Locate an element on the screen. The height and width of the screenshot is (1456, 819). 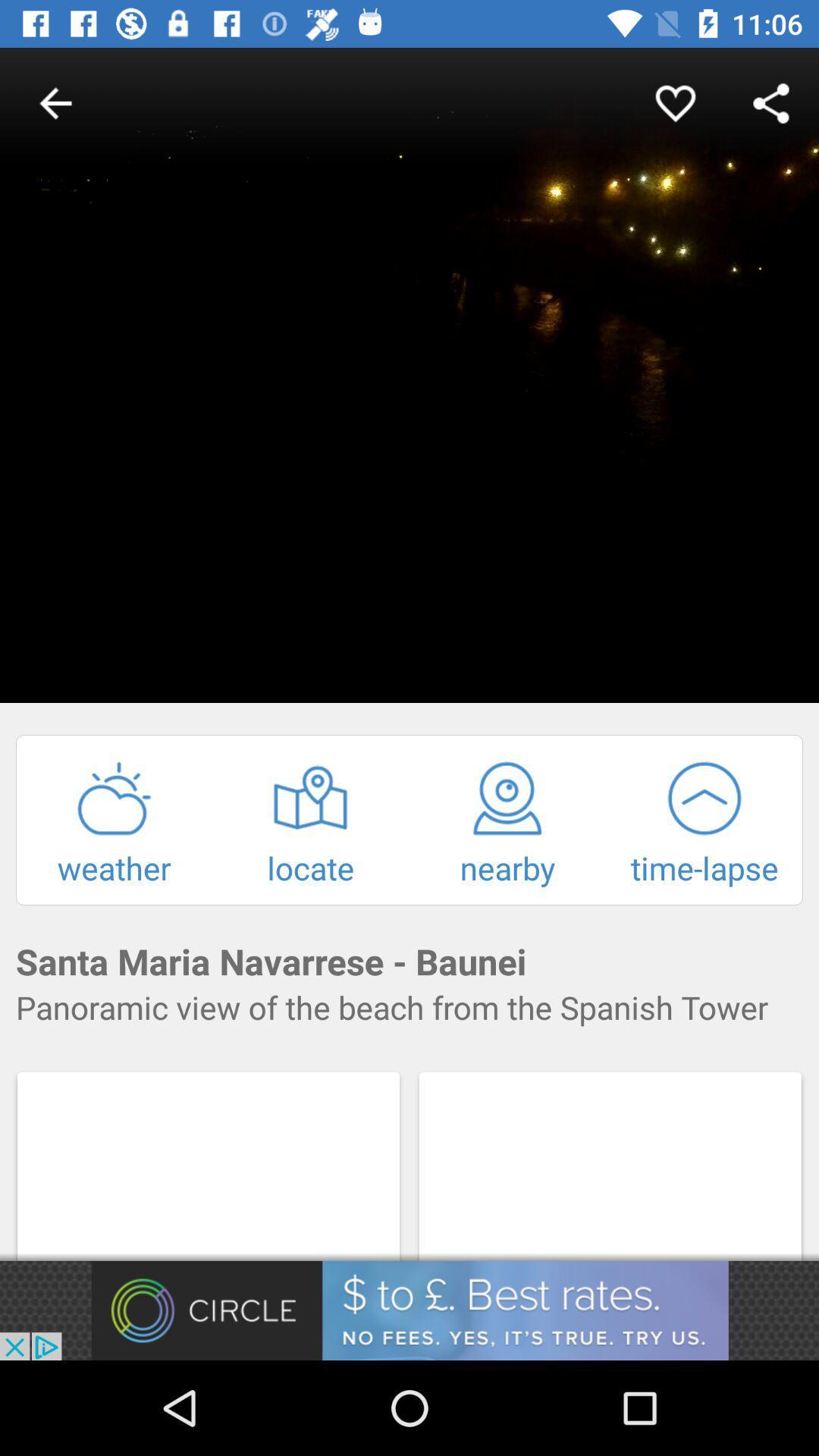
advertisement is located at coordinates (409, 1310).